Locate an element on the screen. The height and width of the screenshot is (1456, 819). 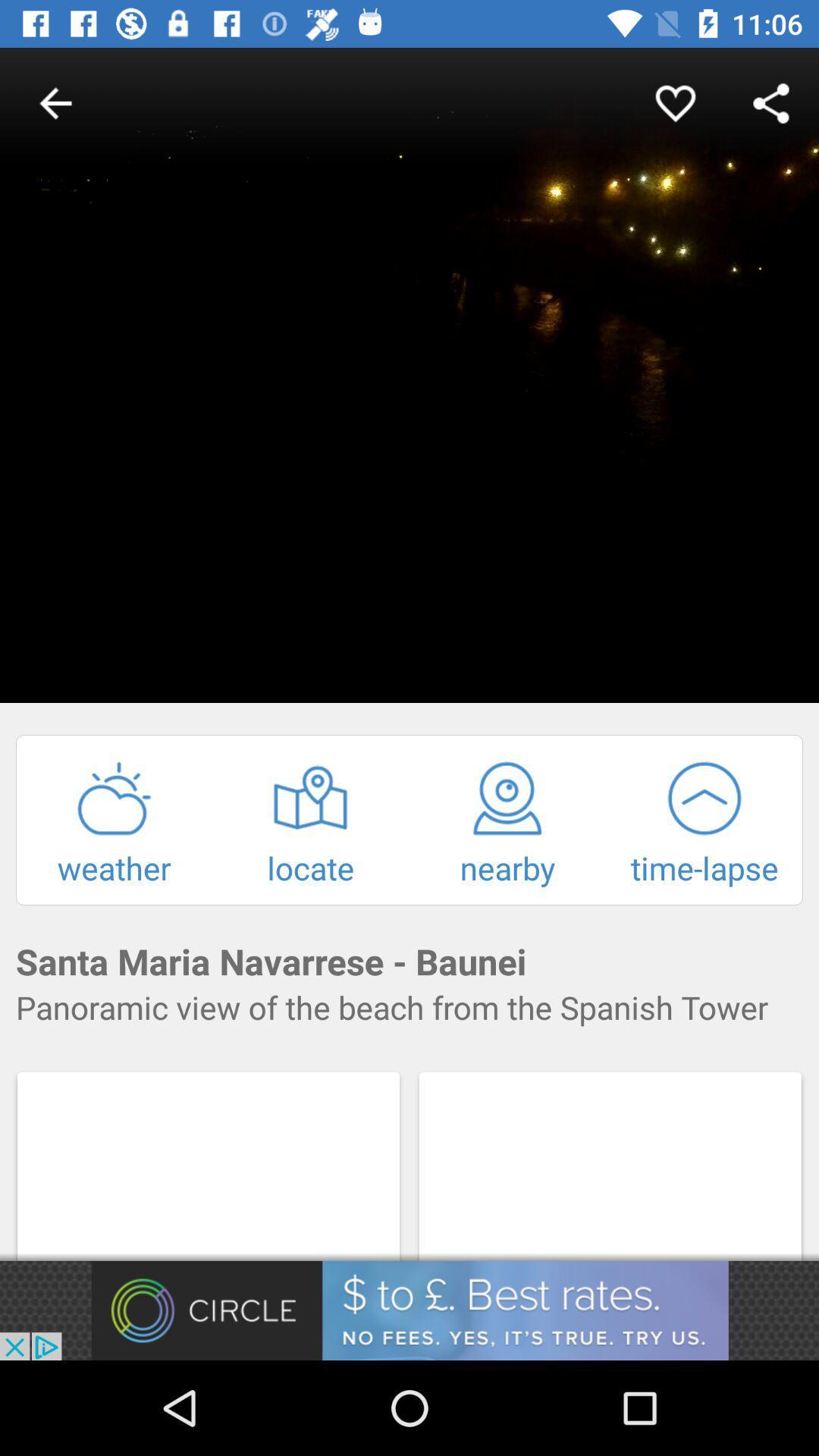
advertisement is located at coordinates (409, 1310).